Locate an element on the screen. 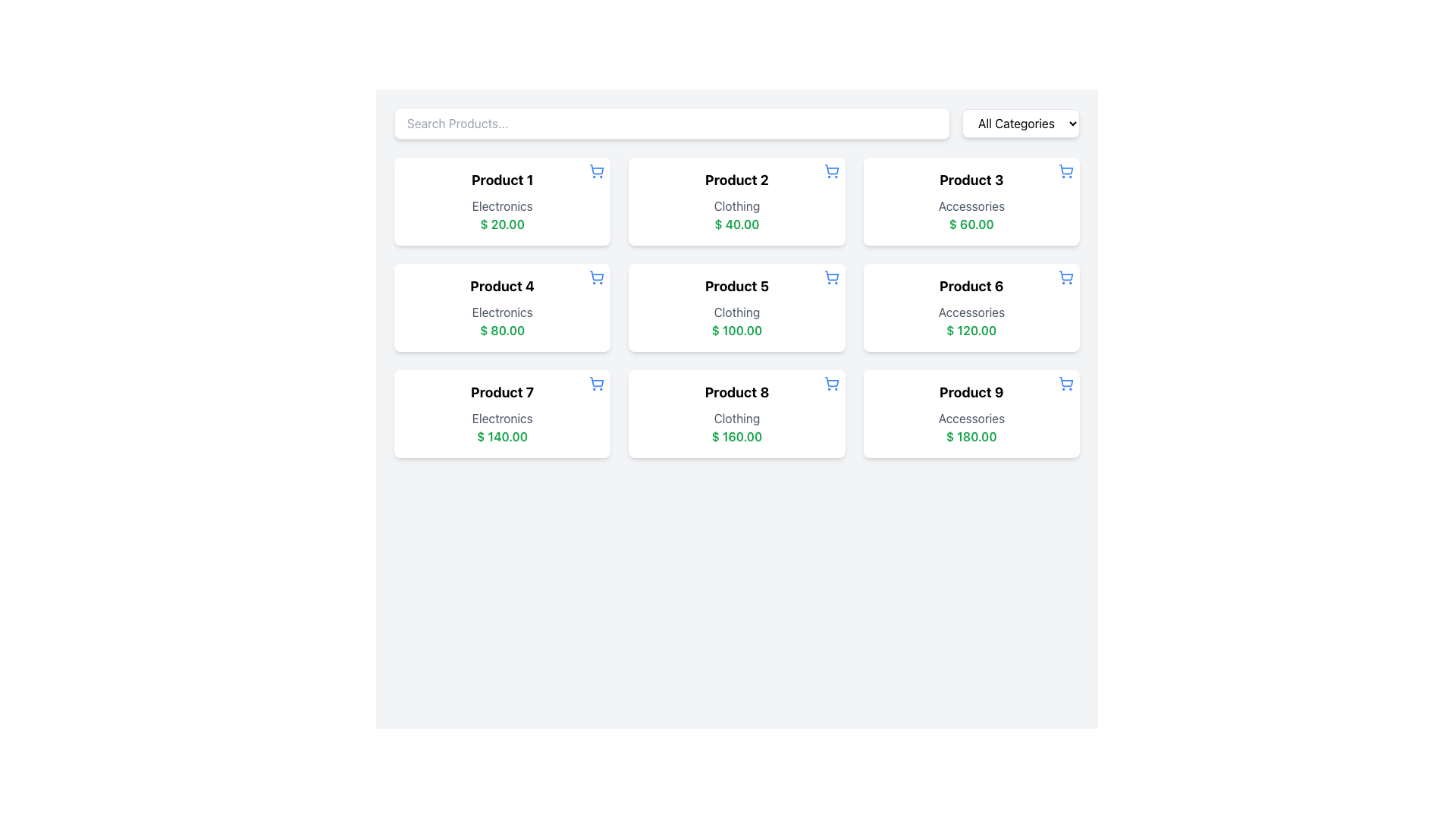  the informational card displaying the product details located in the last row and third column of the grid layout is located at coordinates (971, 414).